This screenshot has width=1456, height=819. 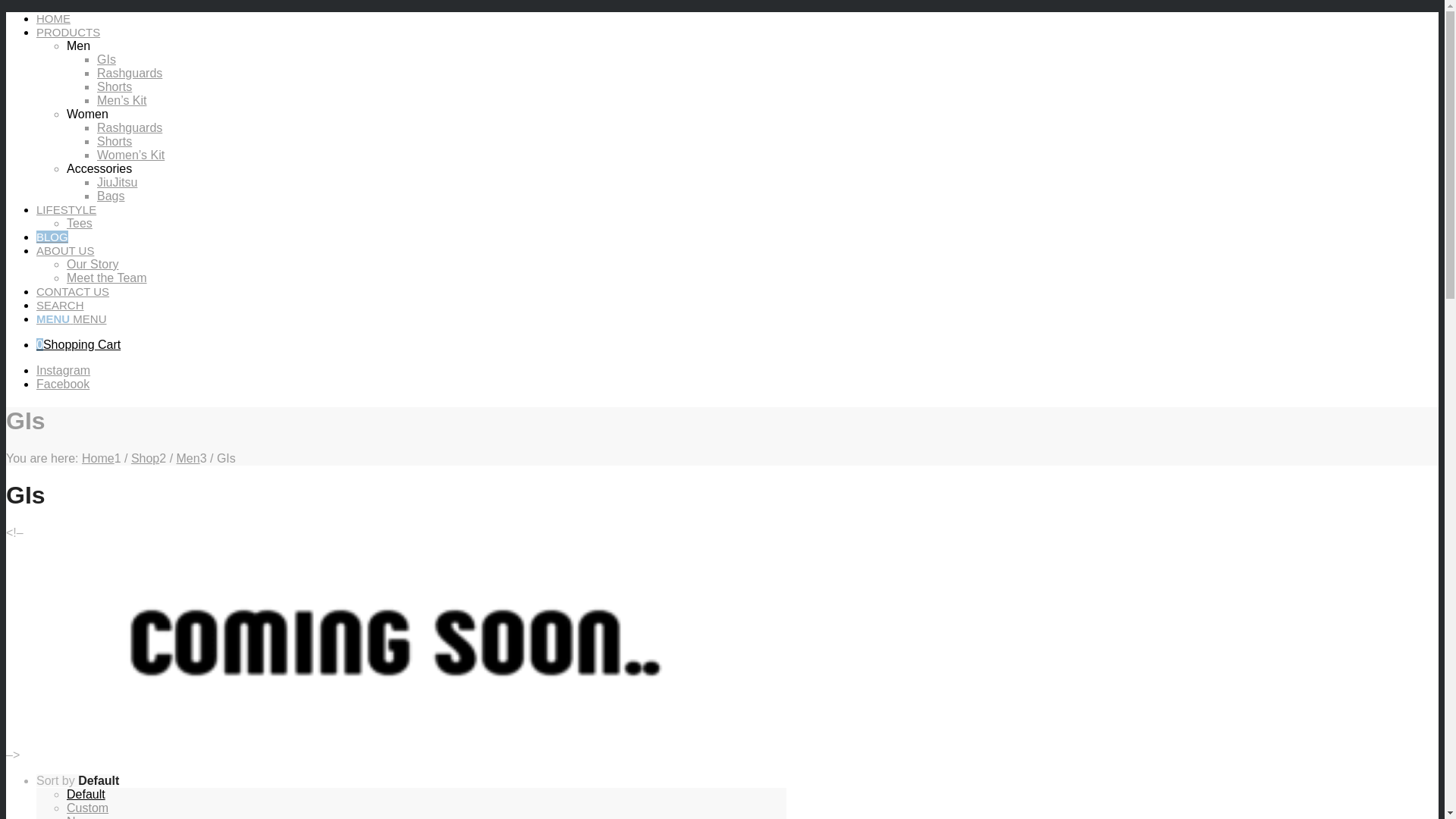 What do you see at coordinates (105, 278) in the screenshot?
I see `'Meet the Team'` at bounding box center [105, 278].